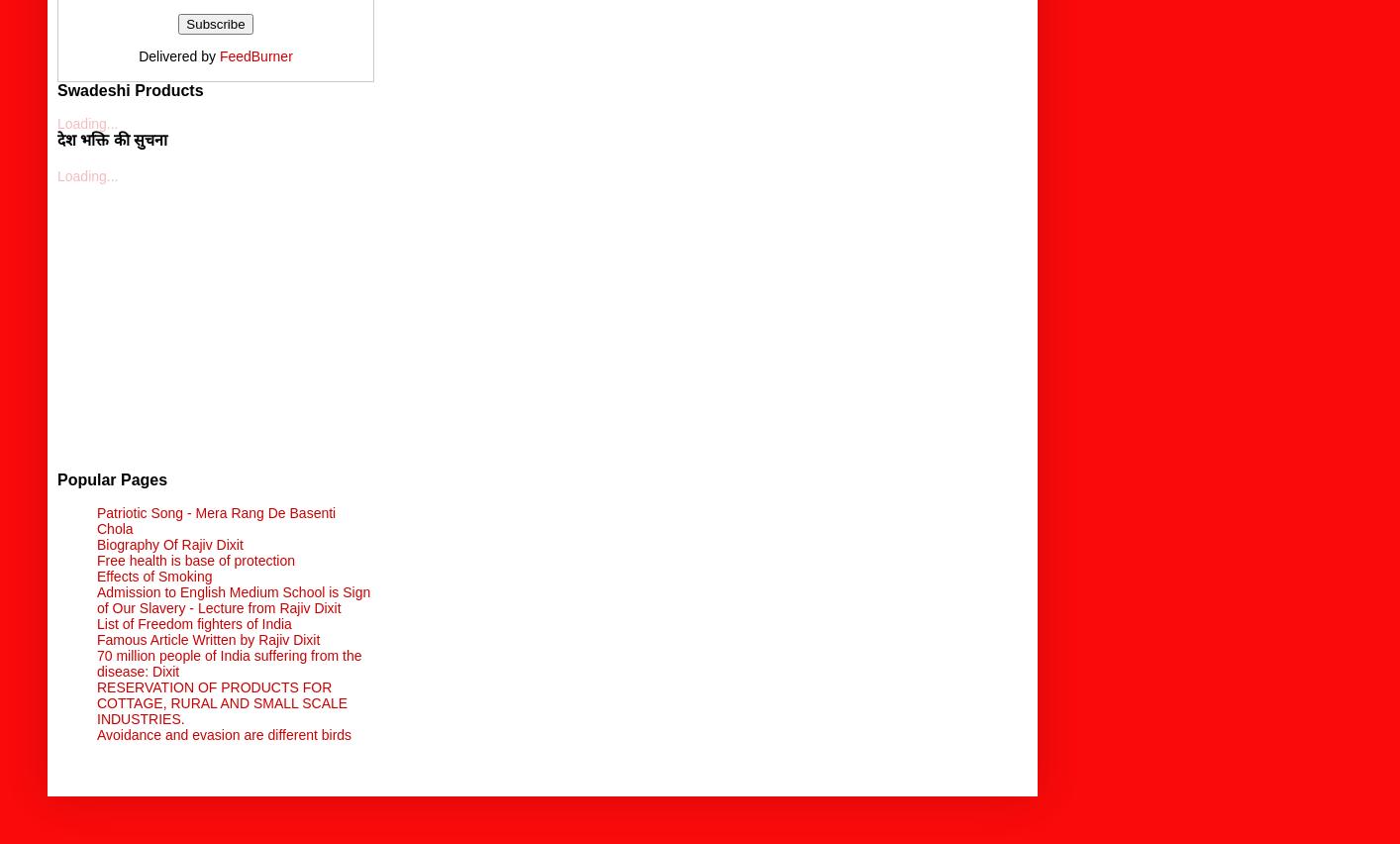 Image resolution: width=1400 pixels, height=844 pixels. I want to click on 'Popular Pages', so click(111, 478).